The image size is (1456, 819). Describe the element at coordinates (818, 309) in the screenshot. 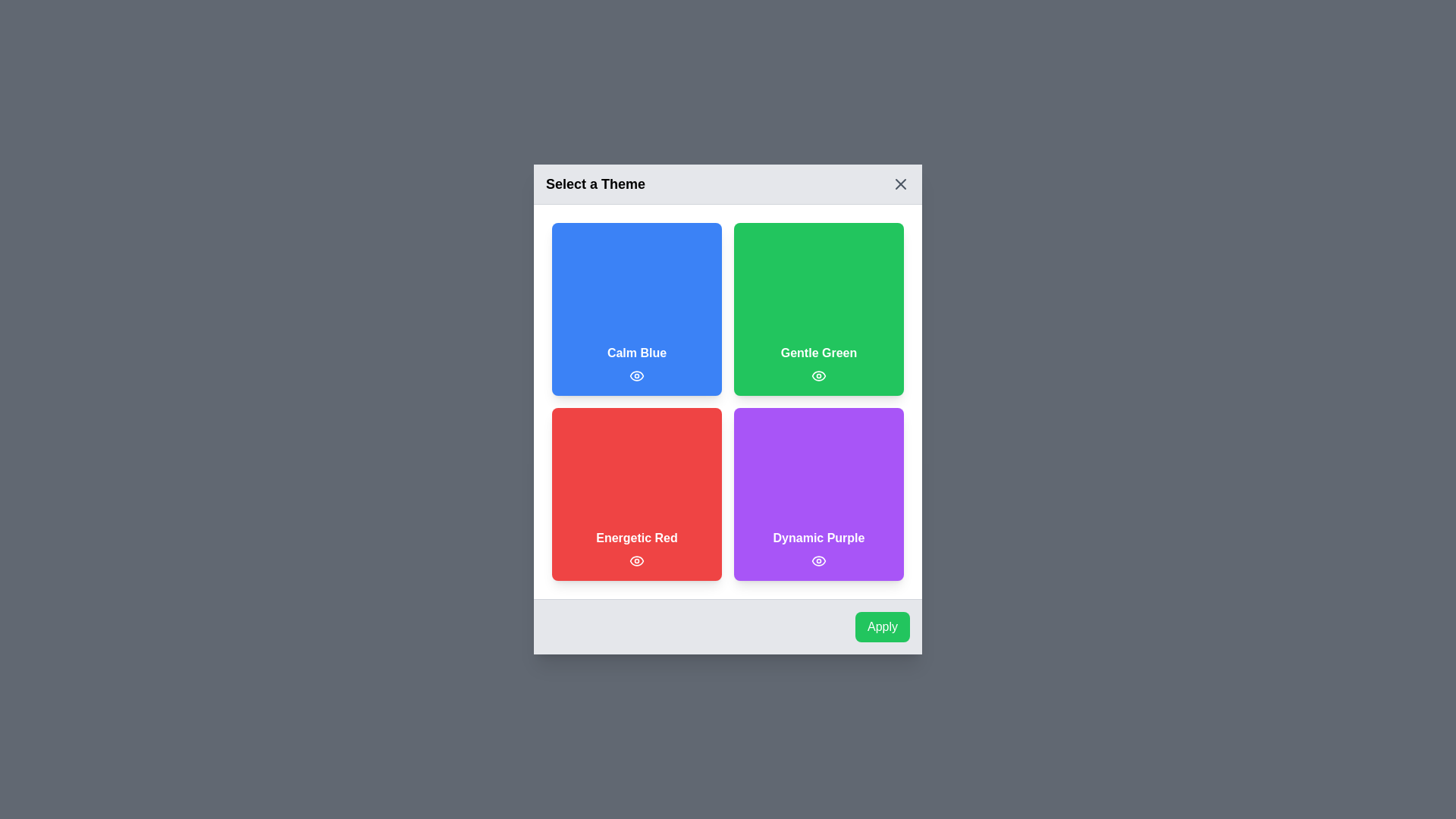

I see `the theme Gentle Green by clicking on its respective area` at that location.